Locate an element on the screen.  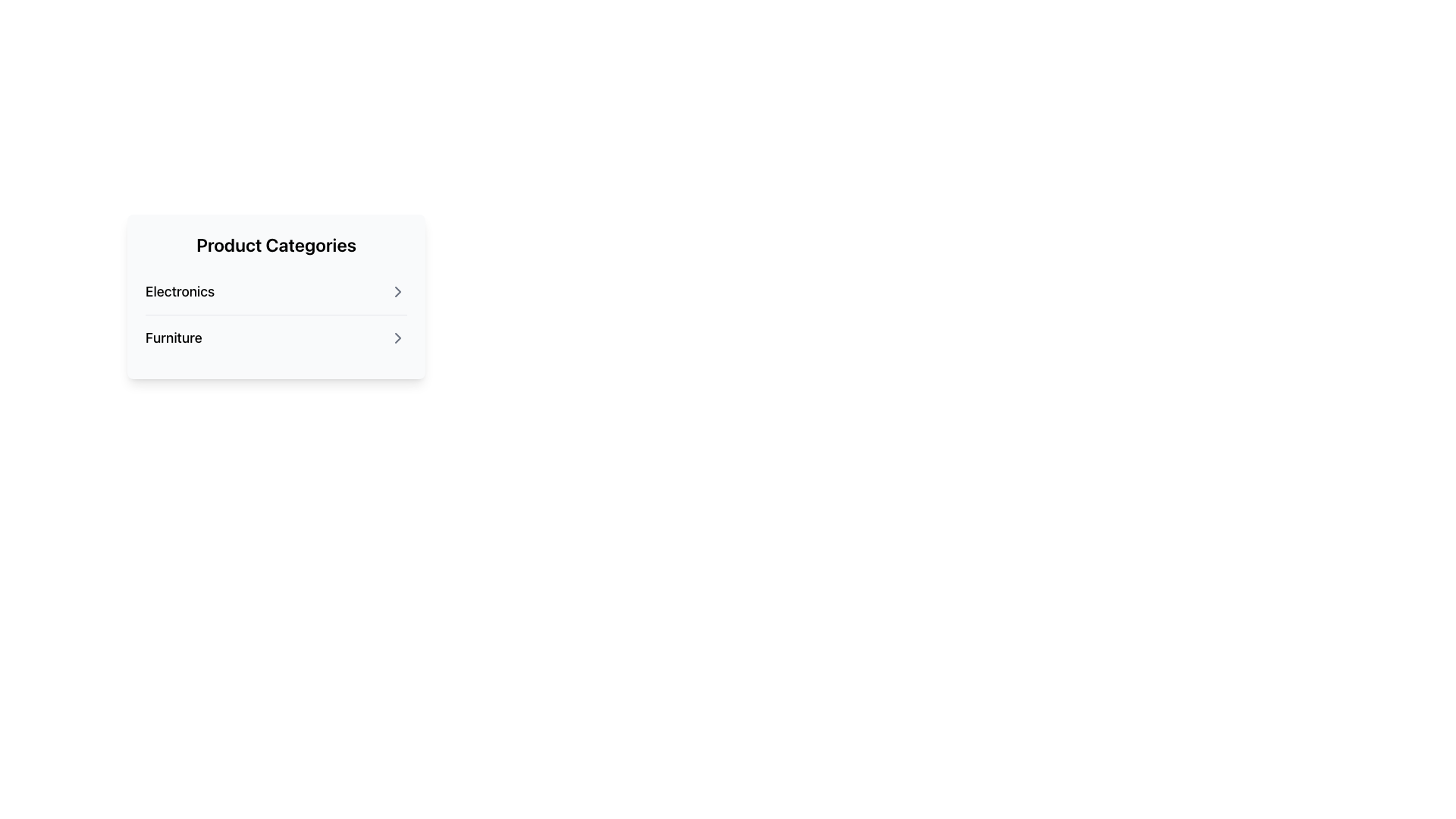
the first list item in the 'Product Categories' under 'Electronics' is located at coordinates (276, 292).